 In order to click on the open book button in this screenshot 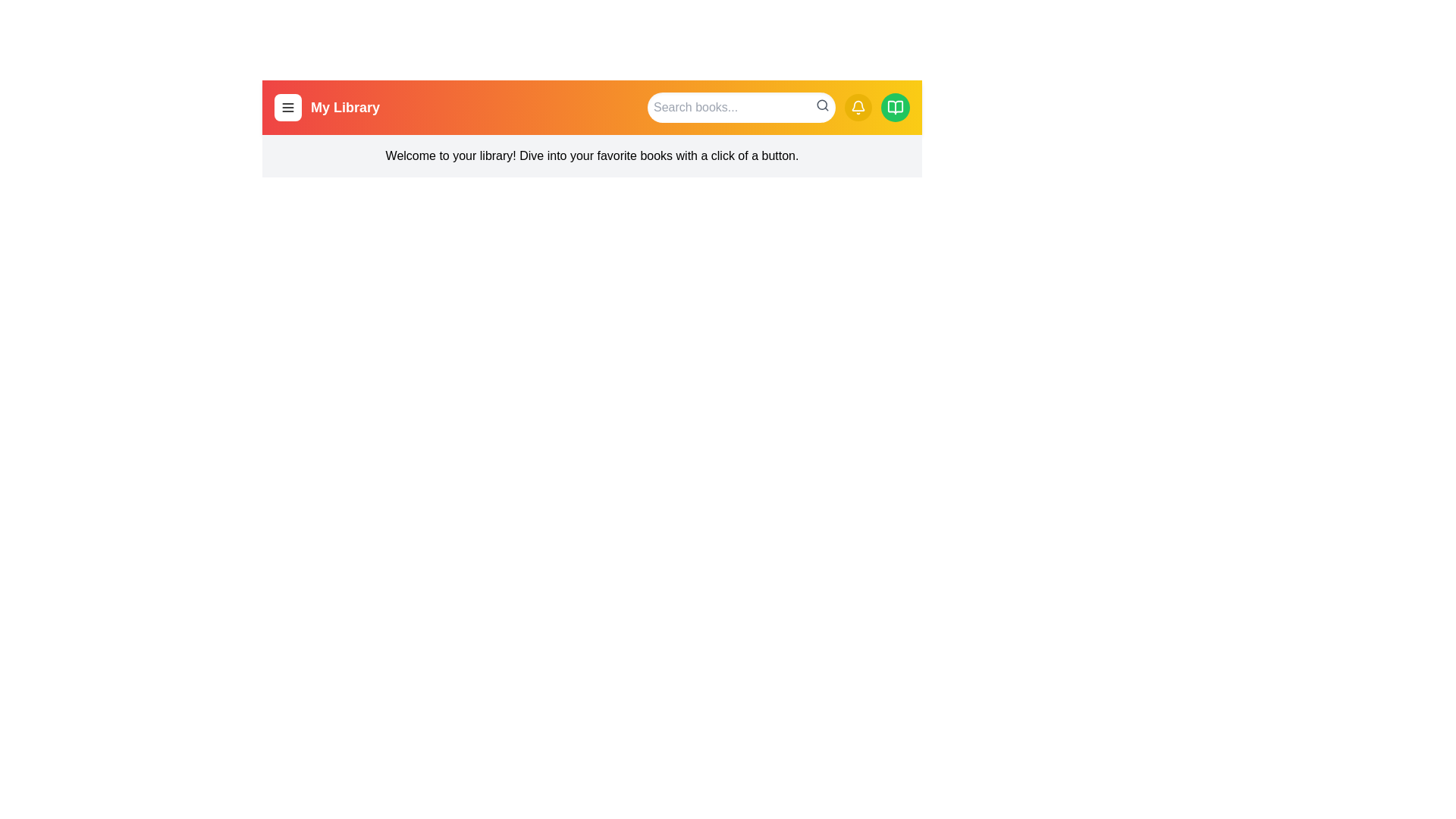, I will do `click(895, 107)`.